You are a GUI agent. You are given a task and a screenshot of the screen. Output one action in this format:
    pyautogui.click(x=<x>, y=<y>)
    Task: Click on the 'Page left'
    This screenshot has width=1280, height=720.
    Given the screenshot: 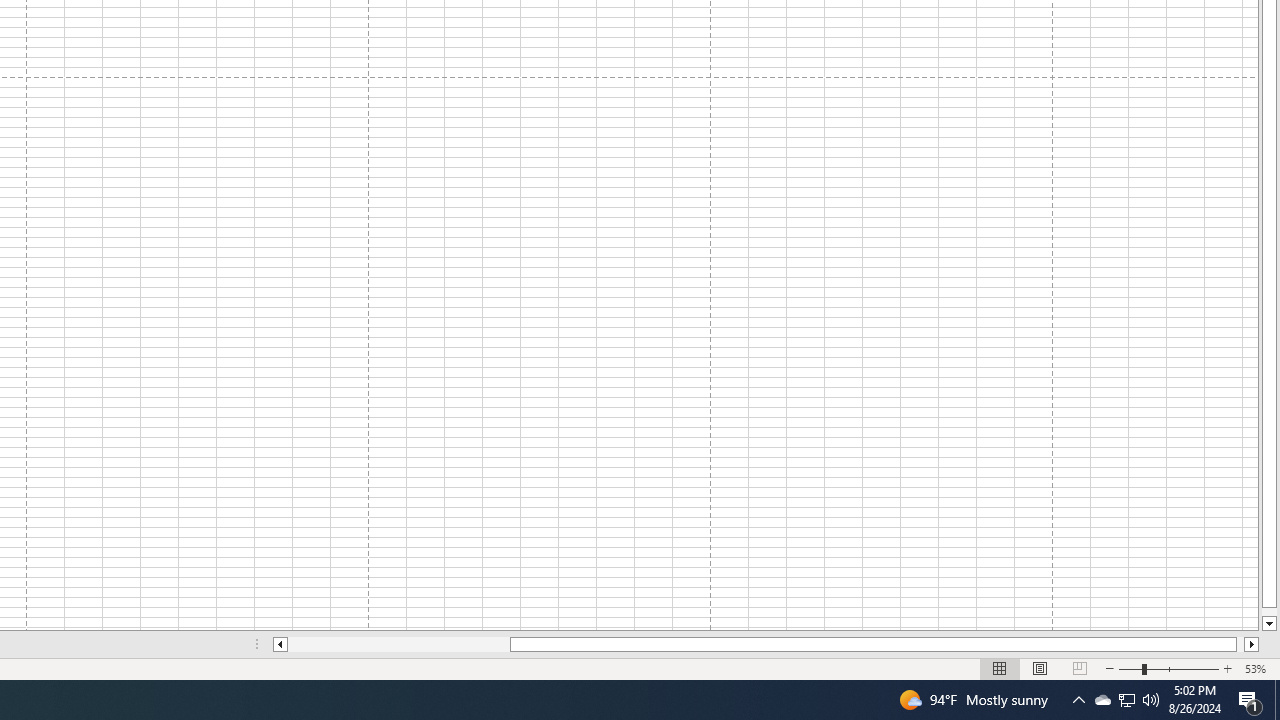 What is the action you would take?
    pyautogui.click(x=398, y=644)
    